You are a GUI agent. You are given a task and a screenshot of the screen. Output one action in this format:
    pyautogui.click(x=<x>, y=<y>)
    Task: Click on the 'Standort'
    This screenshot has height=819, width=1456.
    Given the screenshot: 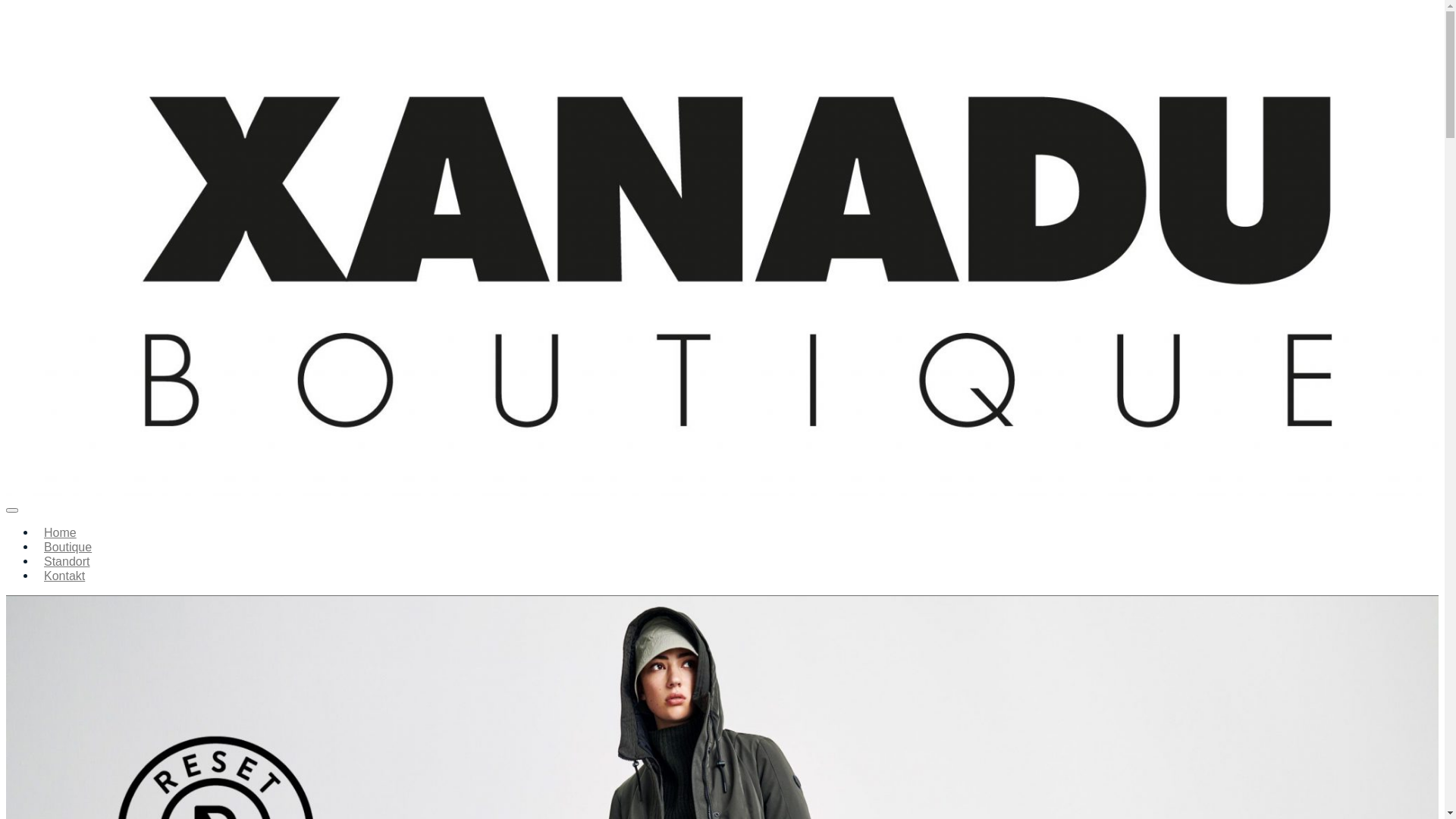 What is the action you would take?
    pyautogui.click(x=36, y=561)
    